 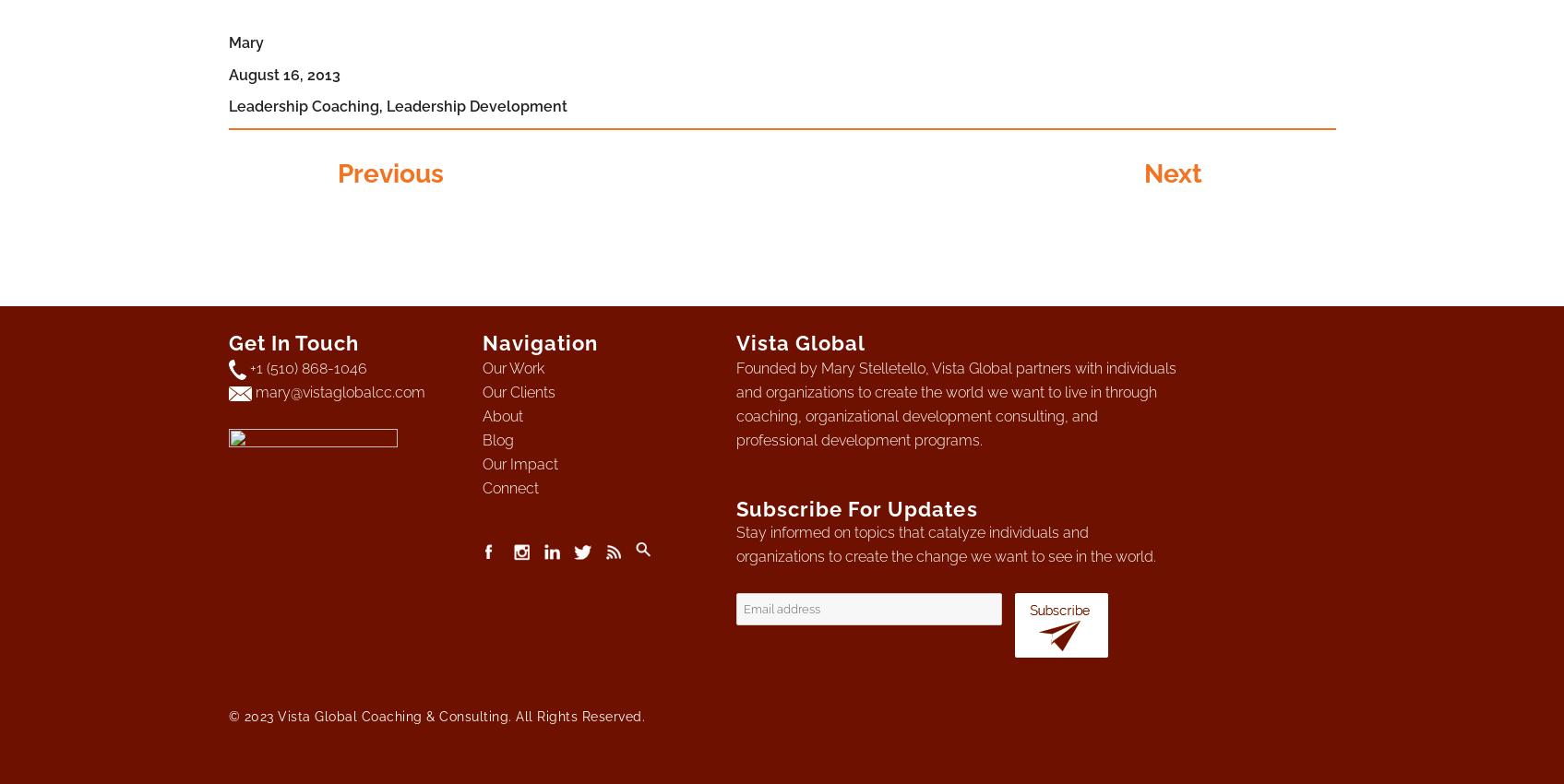 What do you see at coordinates (944, 543) in the screenshot?
I see `'Stay informed on topics that catalyze individuals and organizations to create the change we want to see in the world.'` at bounding box center [944, 543].